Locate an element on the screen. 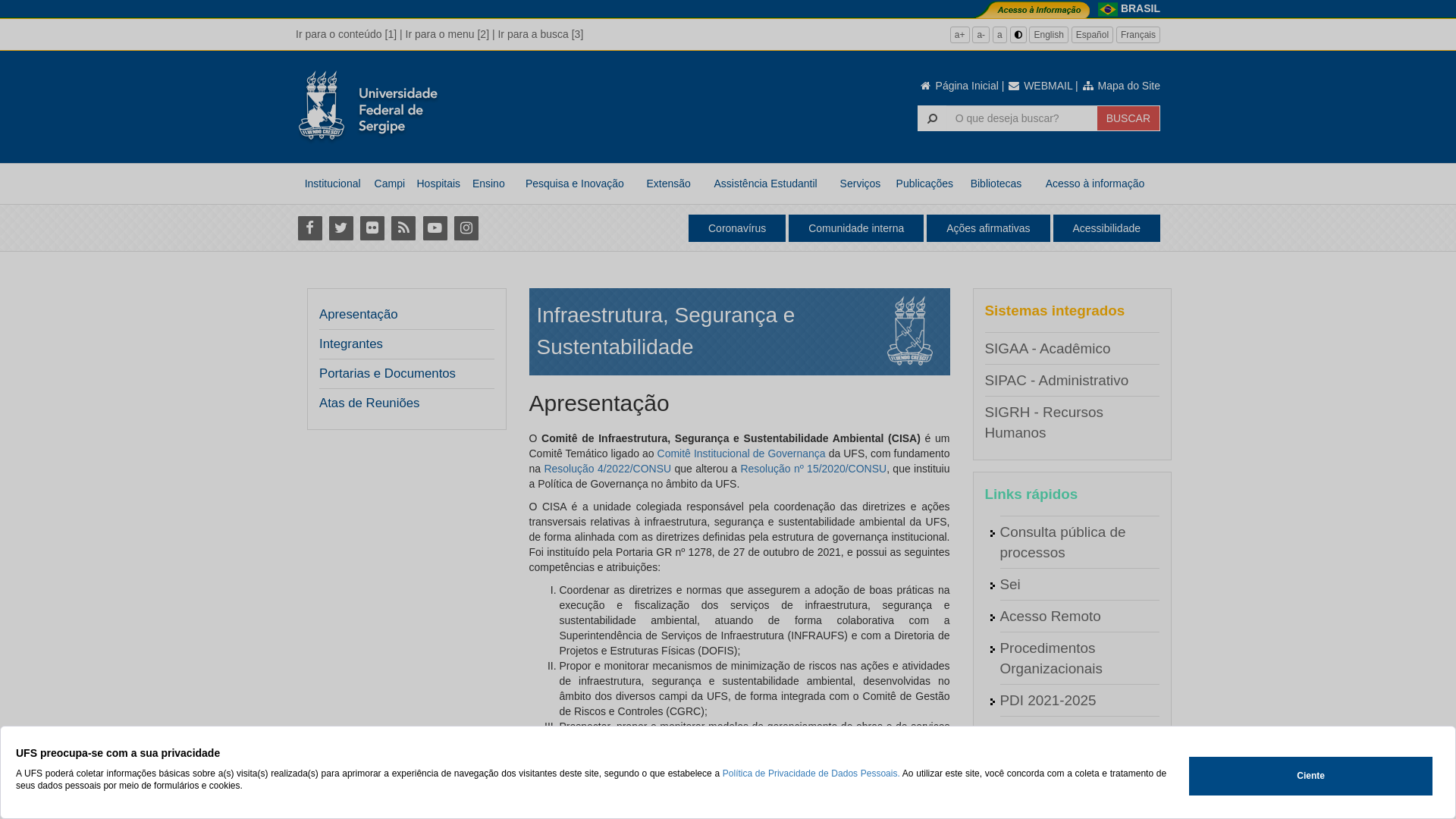  'a-' is located at coordinates (981, 34).